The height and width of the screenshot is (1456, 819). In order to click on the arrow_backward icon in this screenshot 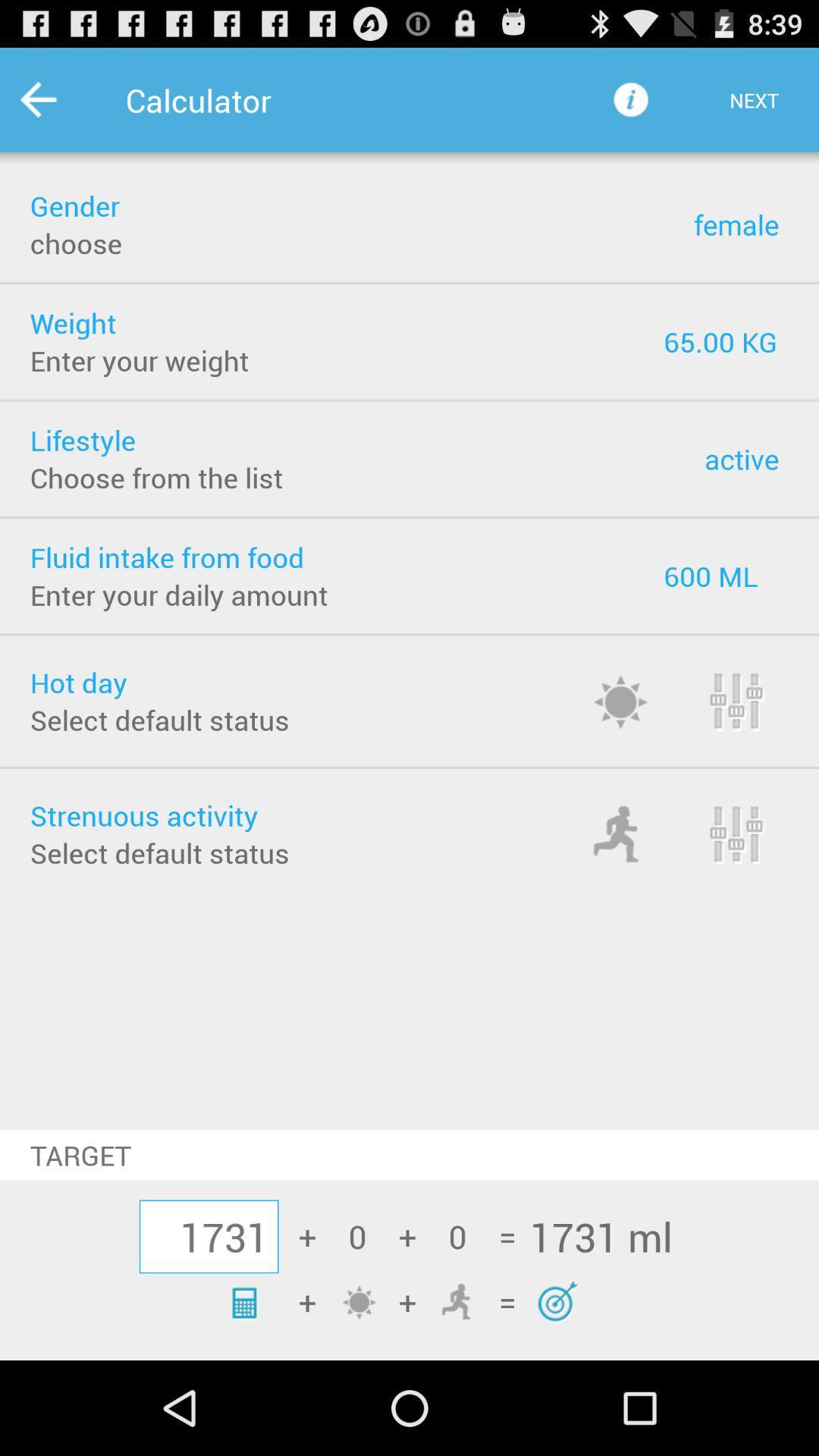, I will do `click(58, 106)`.